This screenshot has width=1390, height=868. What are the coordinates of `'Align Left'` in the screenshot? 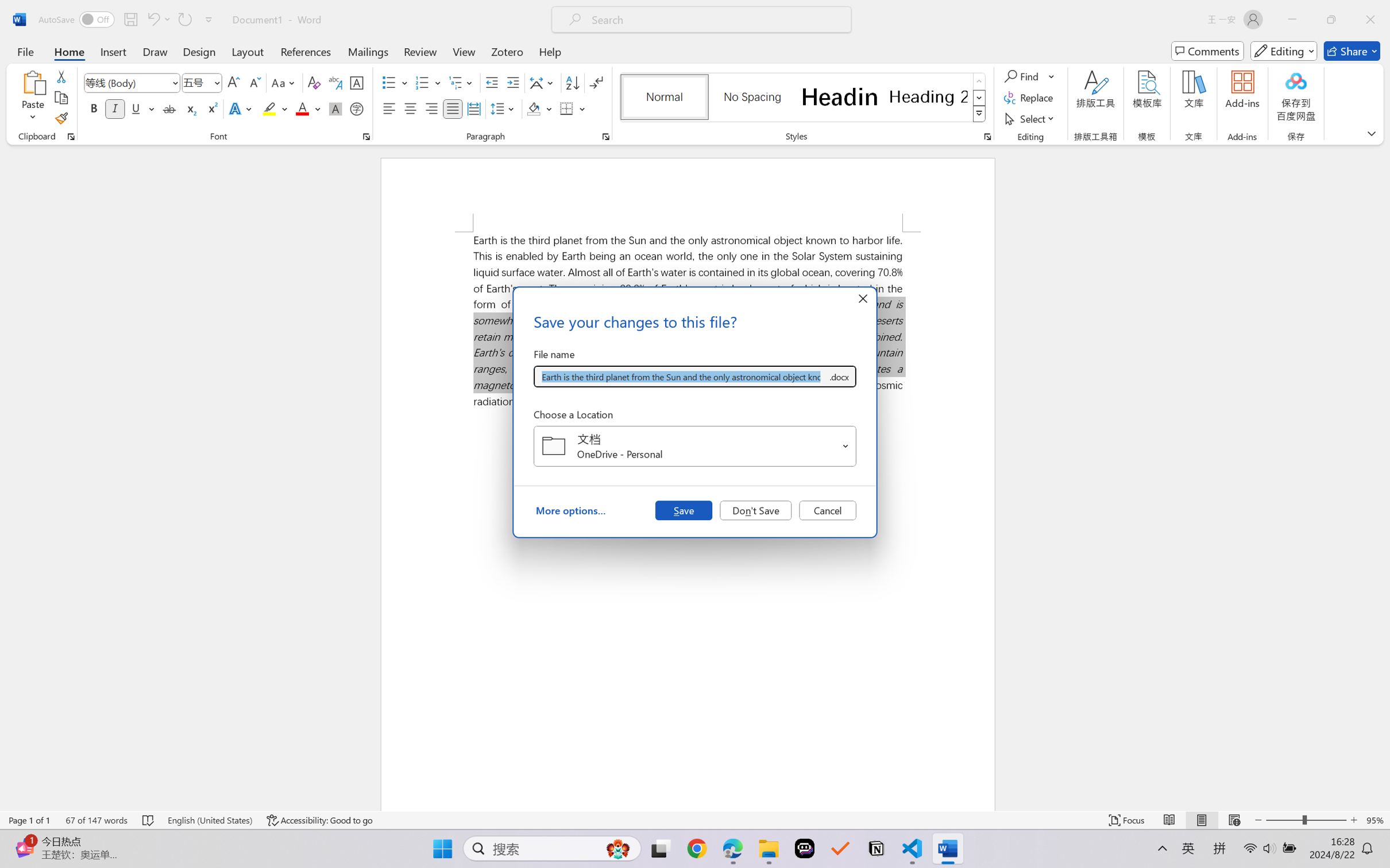 It's located at (389, 108).